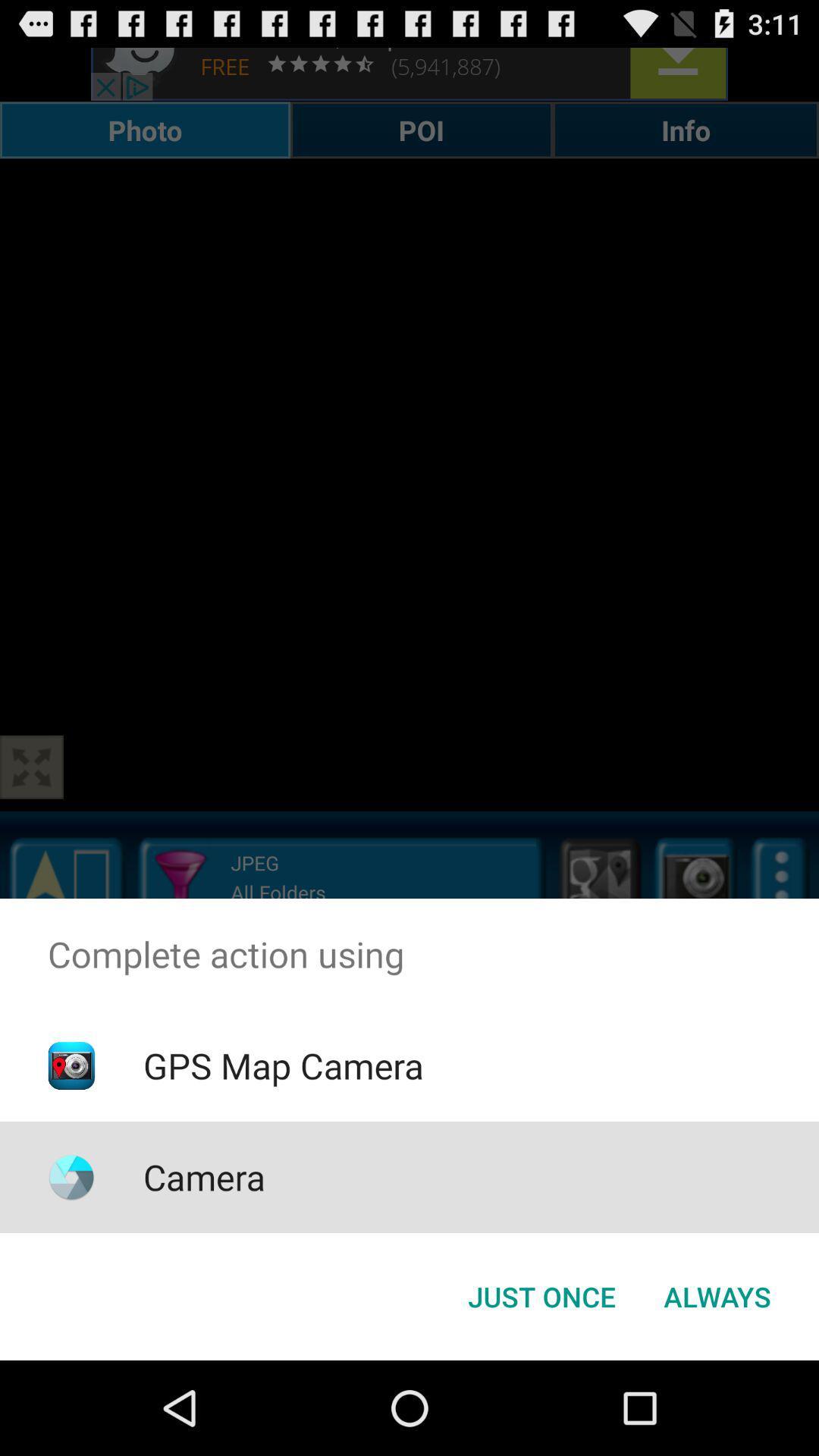  What do you see at coordinates (717, 1295) in the screenshot?
I see `the app below the complete action using item` at bounding box center [717, 1295].